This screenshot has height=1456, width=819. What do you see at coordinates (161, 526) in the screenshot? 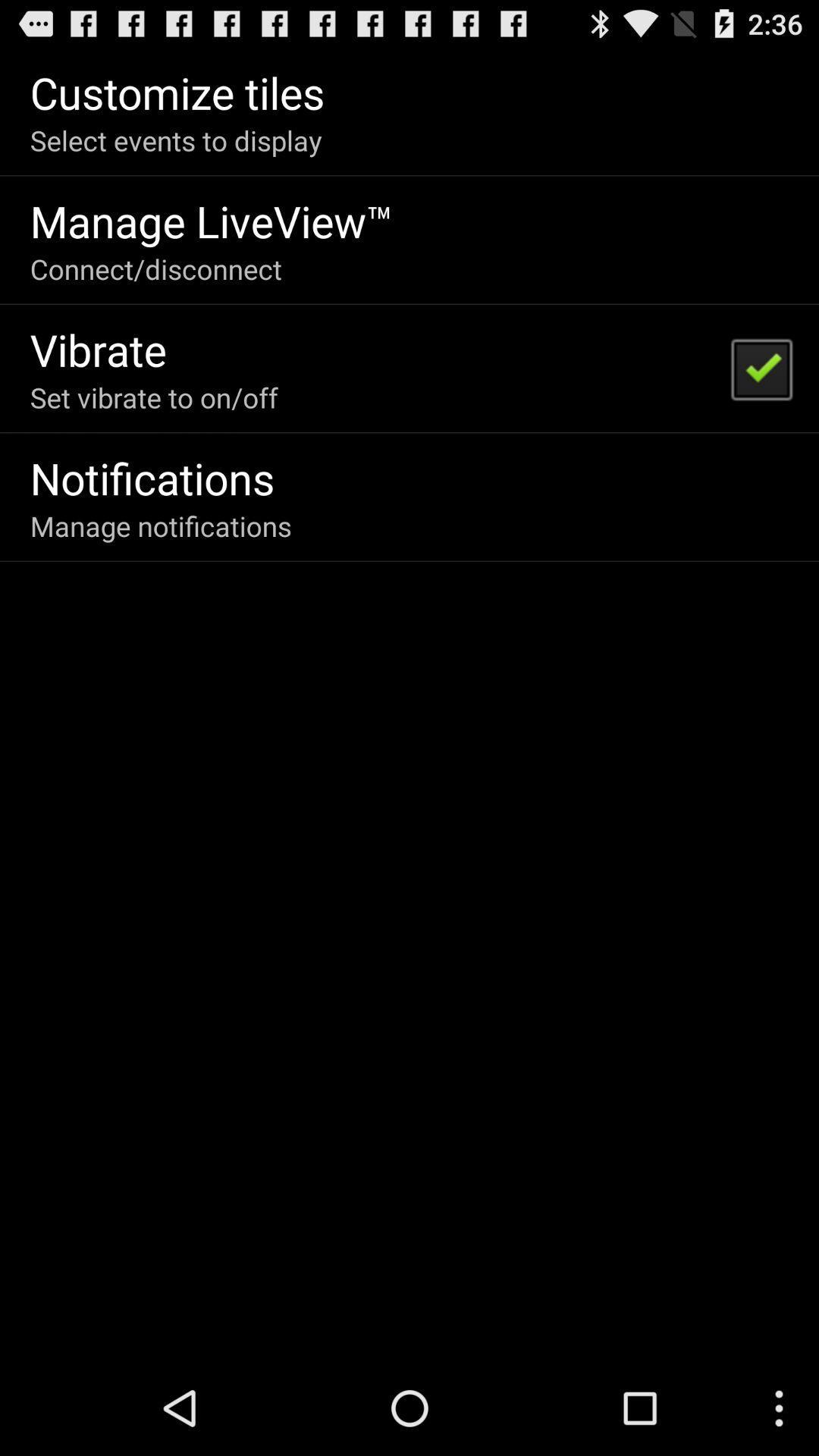
I see `the icon below the notifications app` at bounding box center [161, 526].